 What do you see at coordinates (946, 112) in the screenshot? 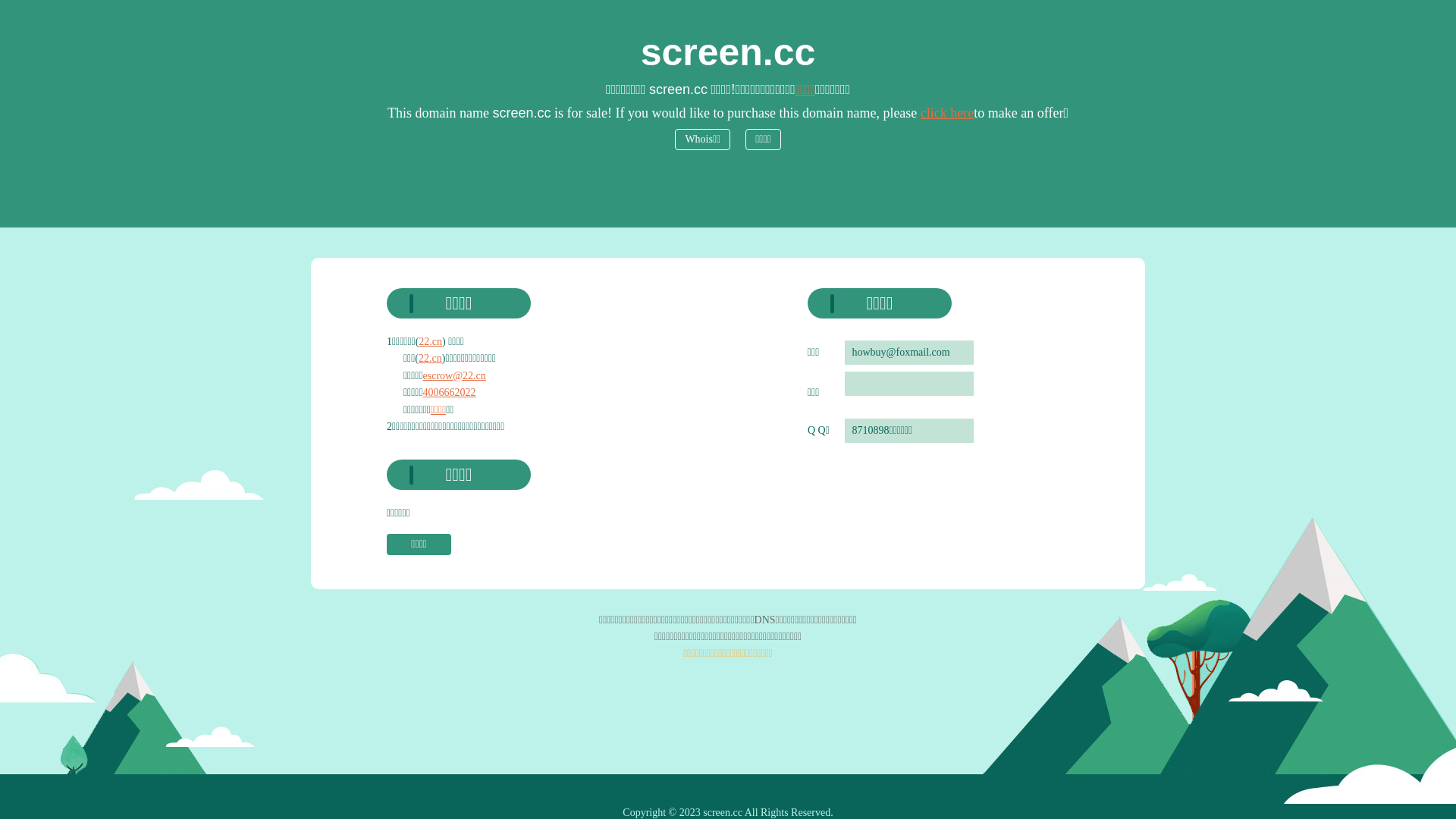
I see `'click here'` at bounding box center [946, 112].